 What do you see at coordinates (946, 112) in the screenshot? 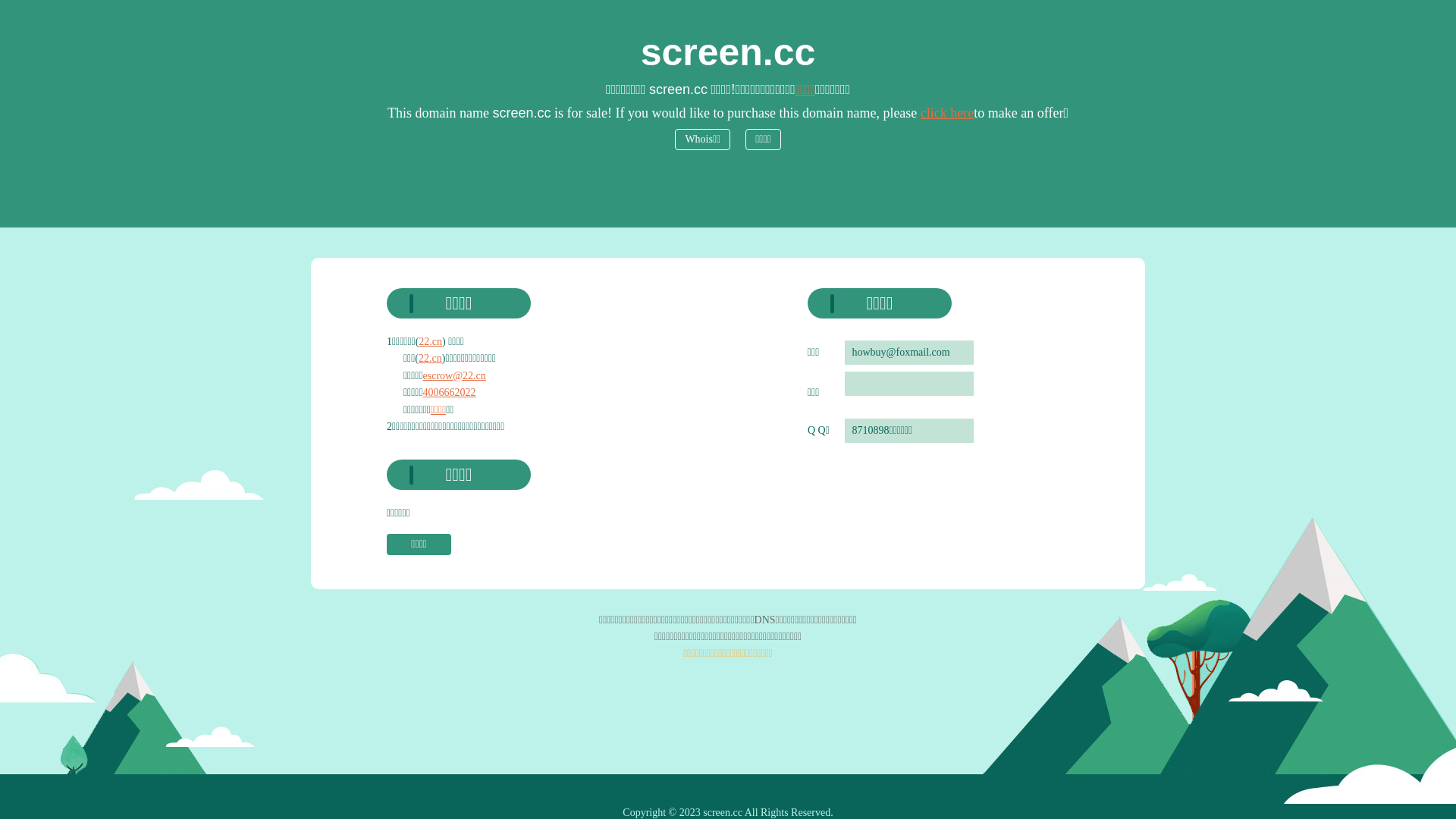
I see `'click here'` at bounding box center [946, 112].